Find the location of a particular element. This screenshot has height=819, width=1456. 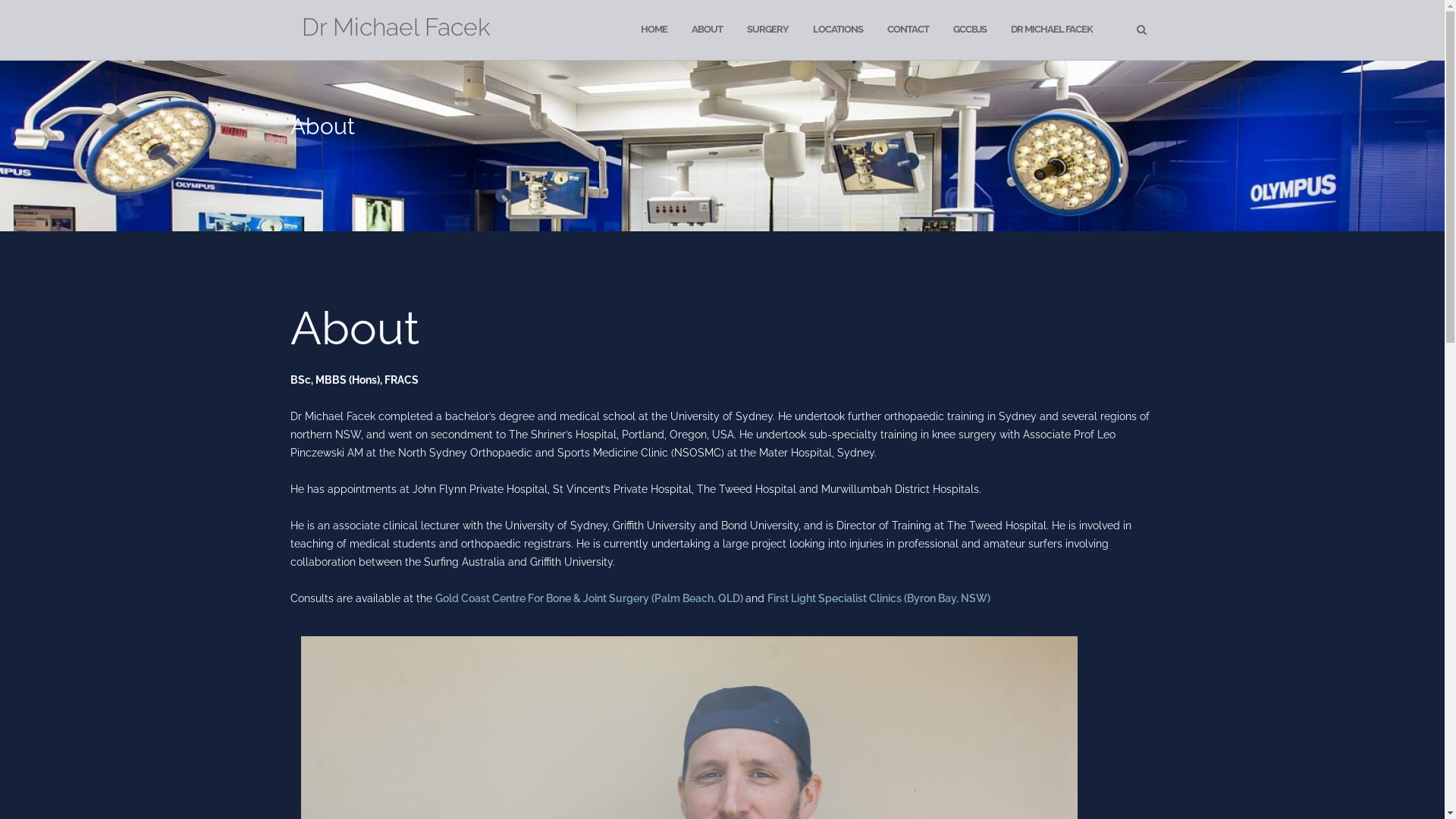

'HOME' is located at coordinates (653, 30).